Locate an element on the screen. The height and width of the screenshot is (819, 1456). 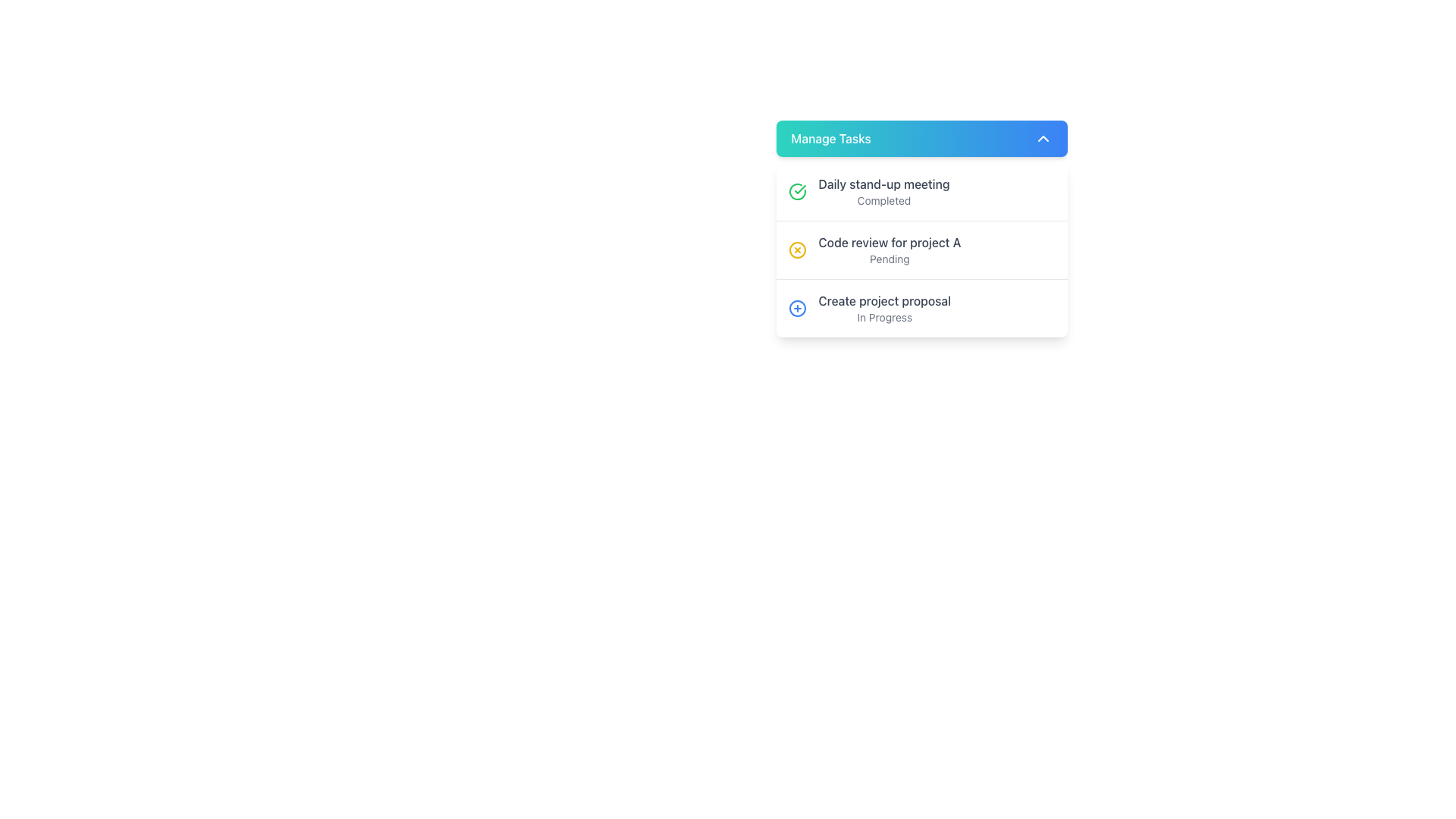
the circular graphical indicator that represents the status of the pending task, located next to the second item in the 'Manage Tasks' list is located at coordinates (796, 249).